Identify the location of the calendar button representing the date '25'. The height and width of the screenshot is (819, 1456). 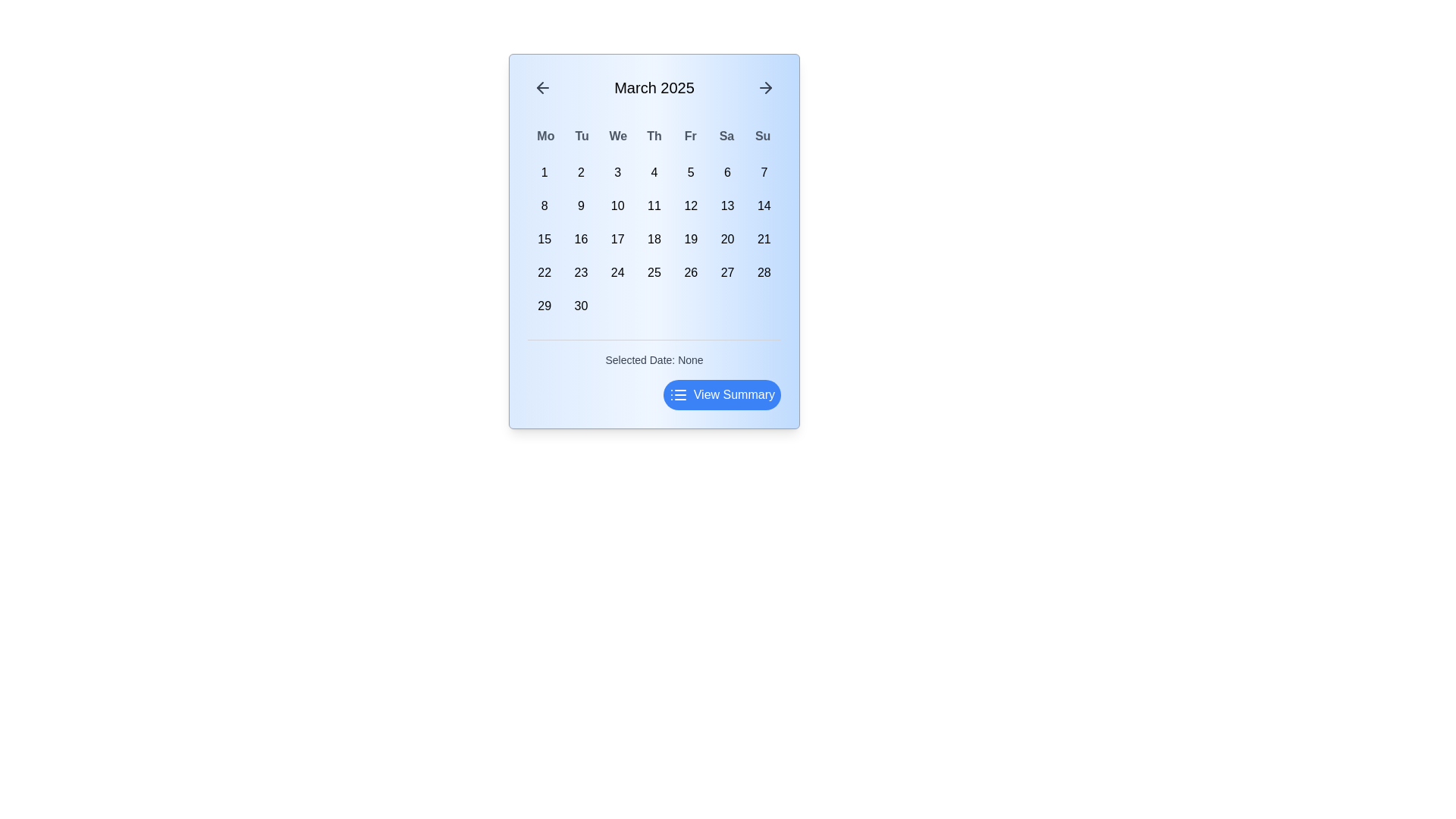
(654, 271).